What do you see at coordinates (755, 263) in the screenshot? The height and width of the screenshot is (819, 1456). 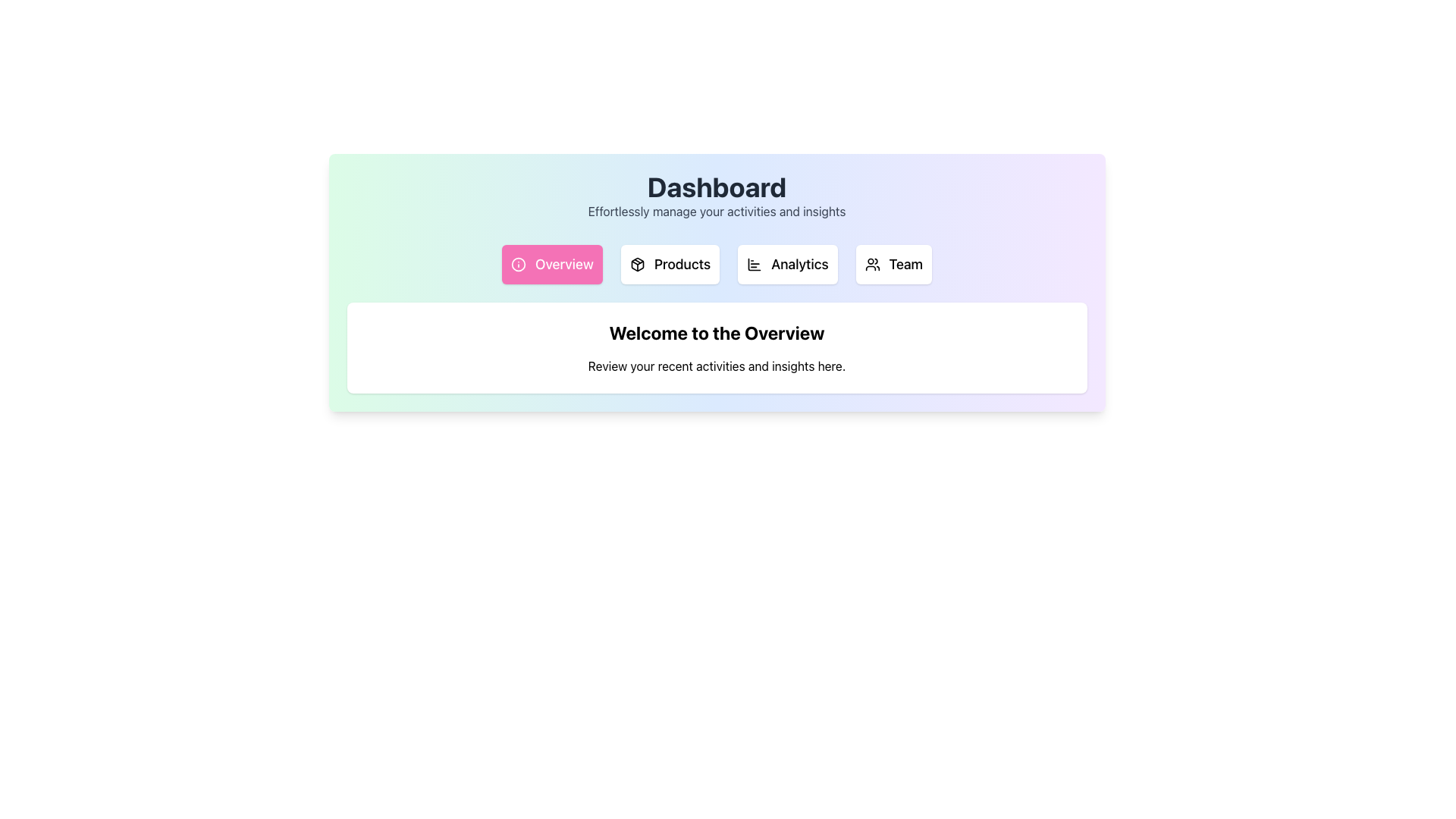 I see `the vertical bar chart icon, which is part of an SVG graphic depicting a left-aligned vertical line with shorter horizontal bars extending to its right at three levels, located near the top-center of the interface adjacent to the 'Analytics' label` at bounding box center [755, 263].